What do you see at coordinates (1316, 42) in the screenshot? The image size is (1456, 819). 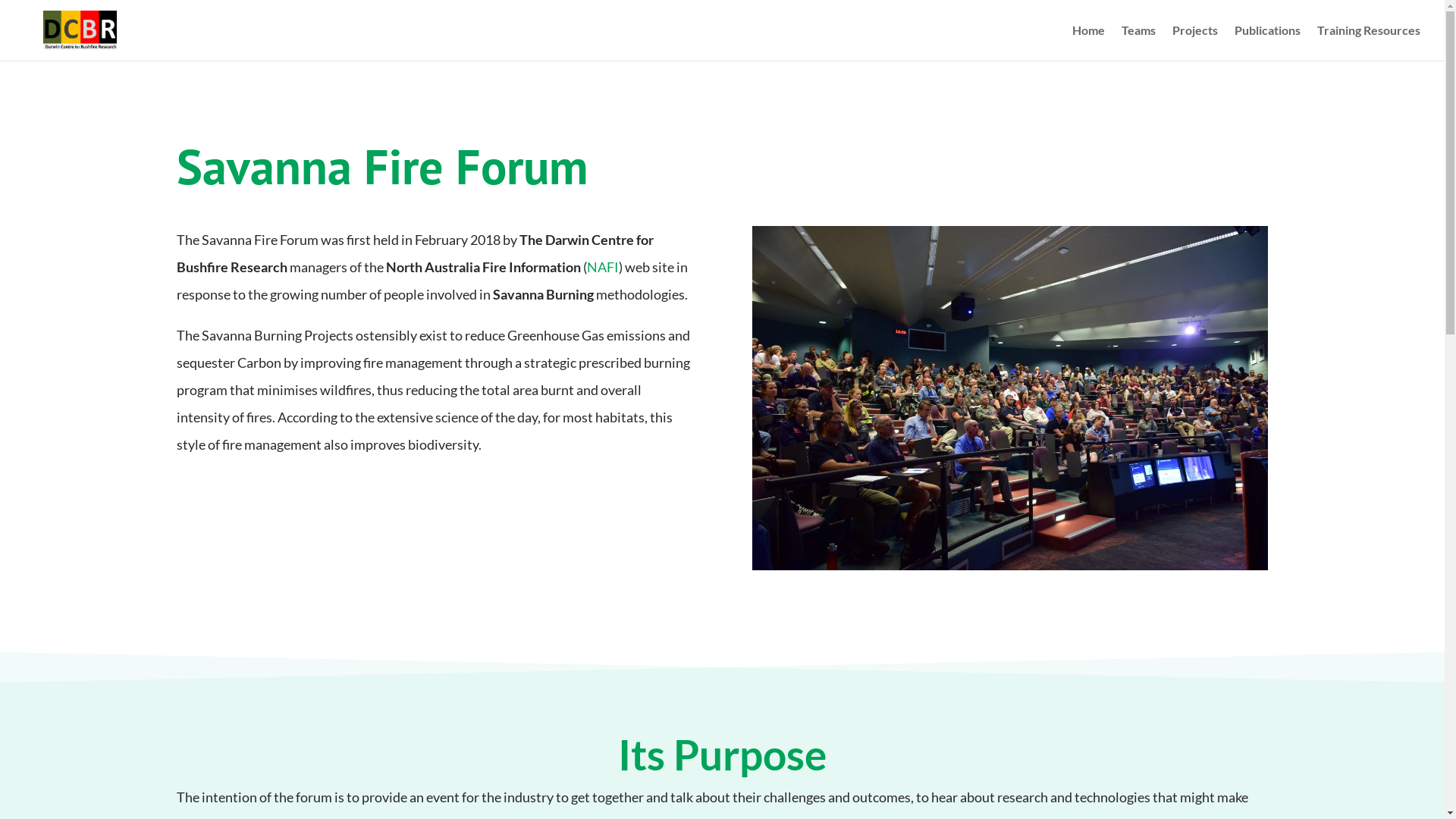 I see `'Training Resources'` at bounding box center [1316, 42].